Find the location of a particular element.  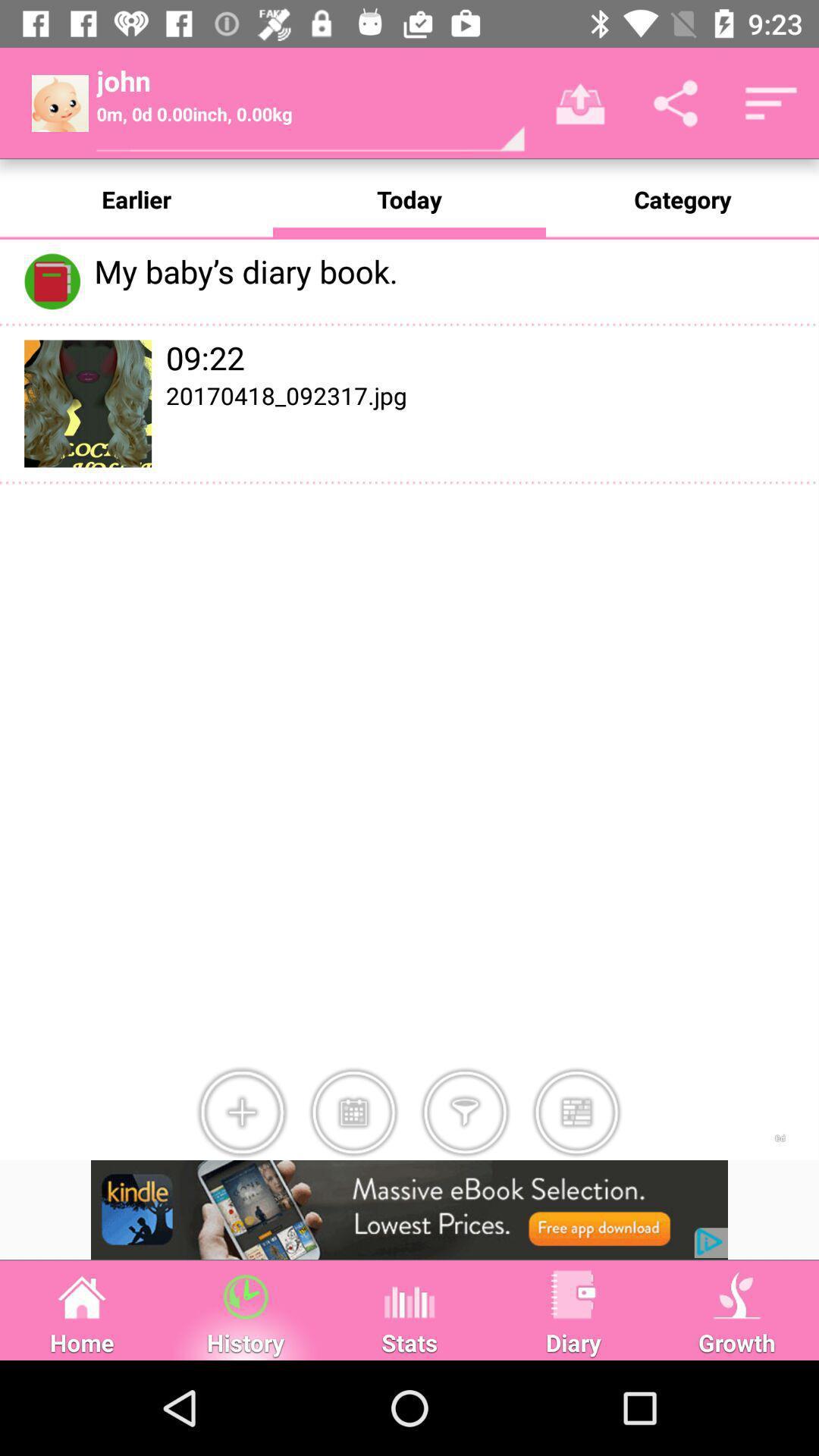

diary book to playlist is located at coordinates (353, 1112).